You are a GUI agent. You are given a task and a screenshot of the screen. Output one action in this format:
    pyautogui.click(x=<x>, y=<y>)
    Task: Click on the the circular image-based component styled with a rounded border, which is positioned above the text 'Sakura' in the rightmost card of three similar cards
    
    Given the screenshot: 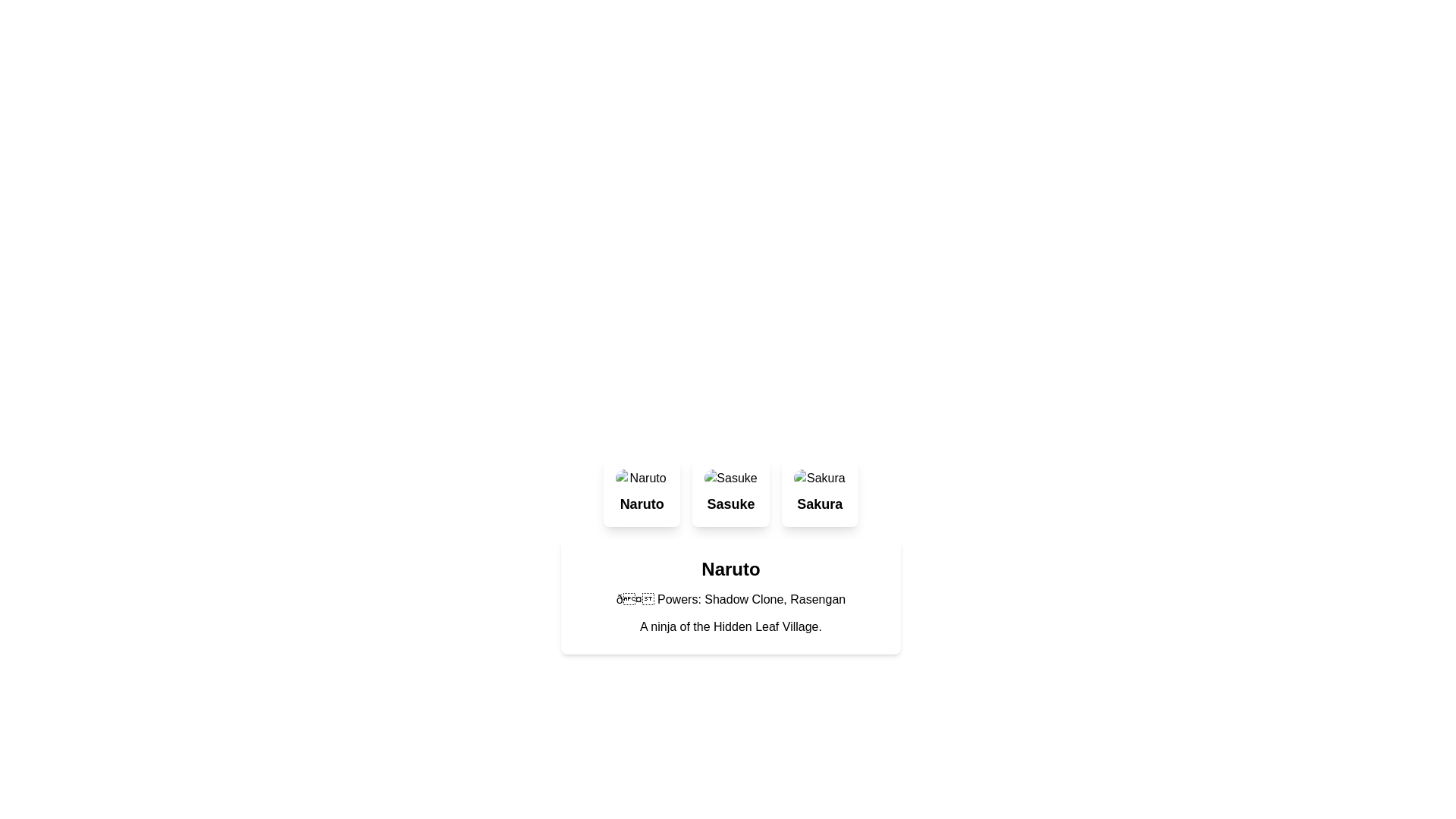 What is the action you would take?
    pyautogui.click(x=819, y=479)
    